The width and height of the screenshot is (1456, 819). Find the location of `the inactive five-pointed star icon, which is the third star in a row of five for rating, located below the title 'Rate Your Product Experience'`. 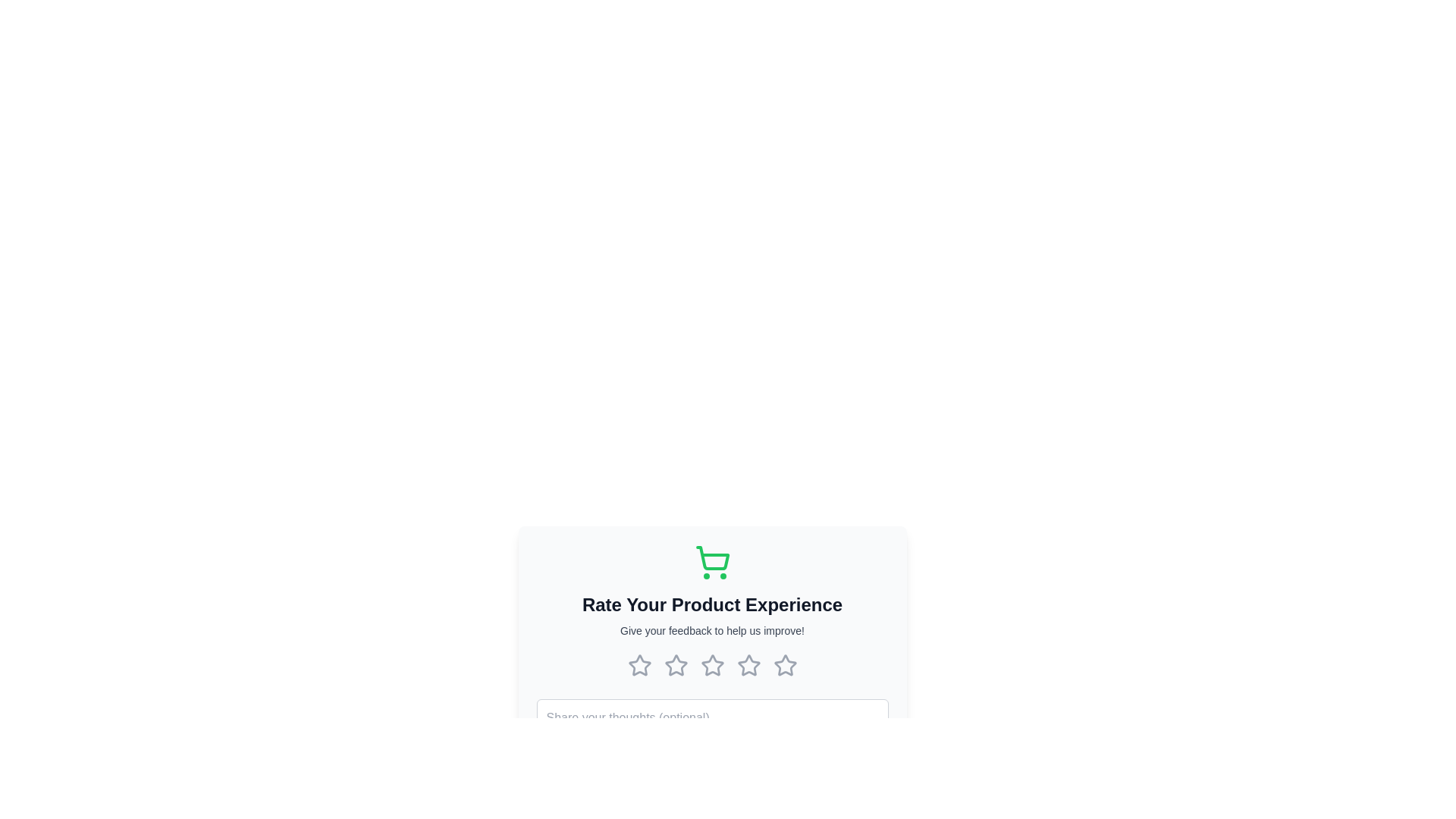

the inactive five-pointed star icon, which is the third star in a row of five for rating, located below the title 'Rate Your Product Experience' is located at coordinates (711, 664).